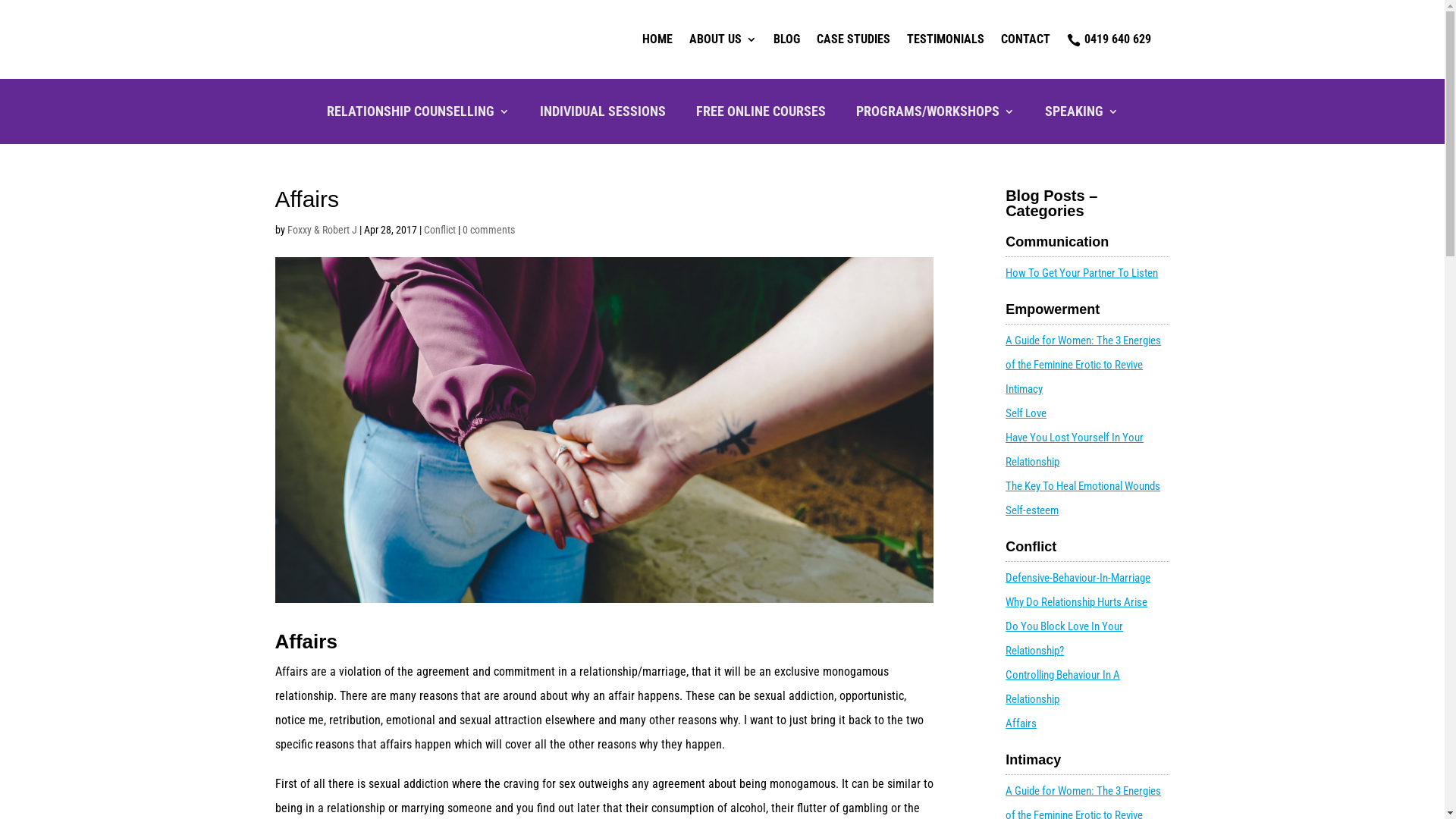  What do you see at coordinates (1005, 578) in the screenshot?
I see `'Defensive-Behaviour-In-Marriage'` at bounding box center [1005, 578].